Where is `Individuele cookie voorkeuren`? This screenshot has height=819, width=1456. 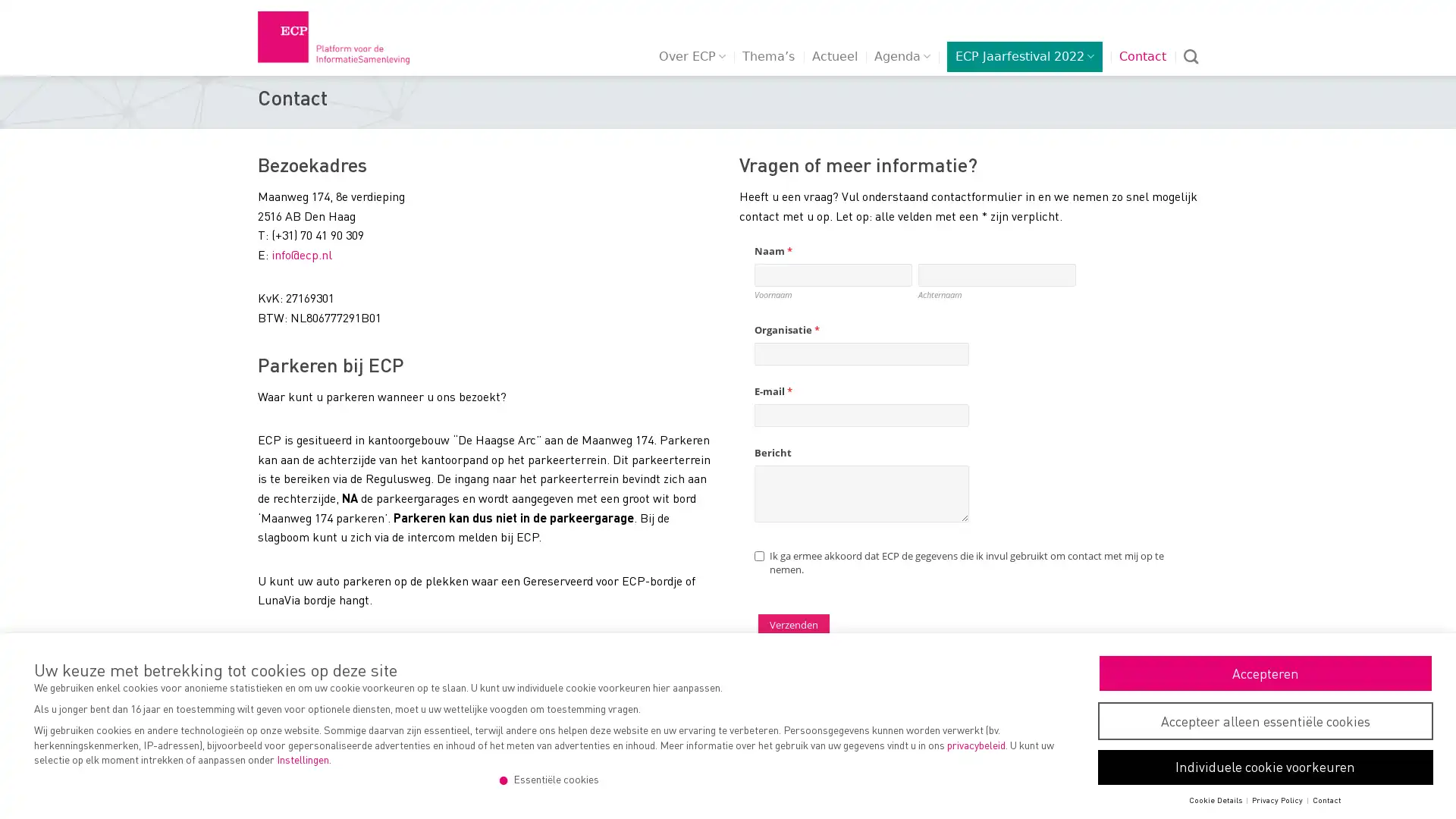 Individuele cookie voorkeuren is located at coordinates (1265, 767).